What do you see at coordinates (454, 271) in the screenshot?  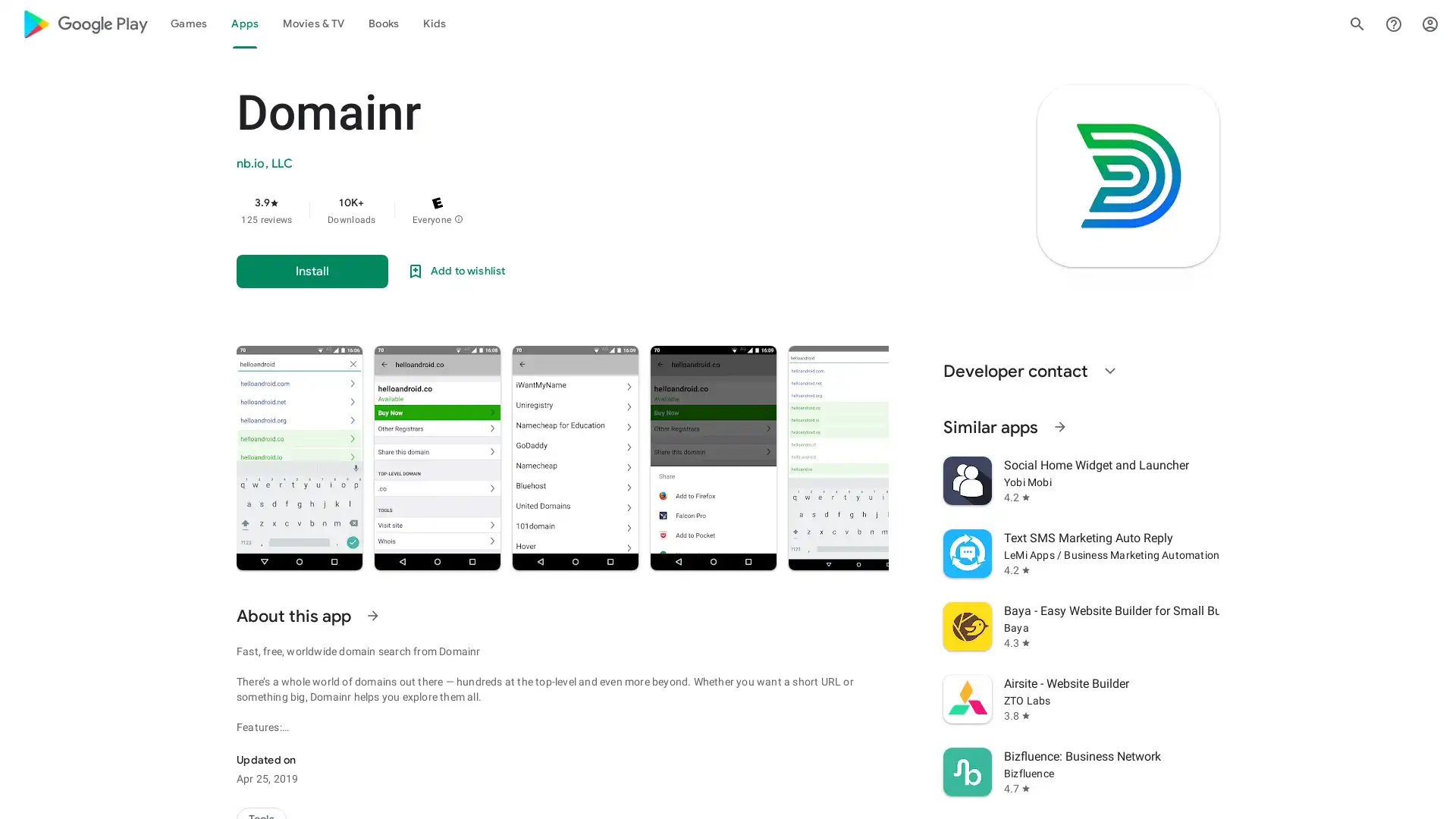 I see `Add to wishlist` at bounding box center [454, 271].